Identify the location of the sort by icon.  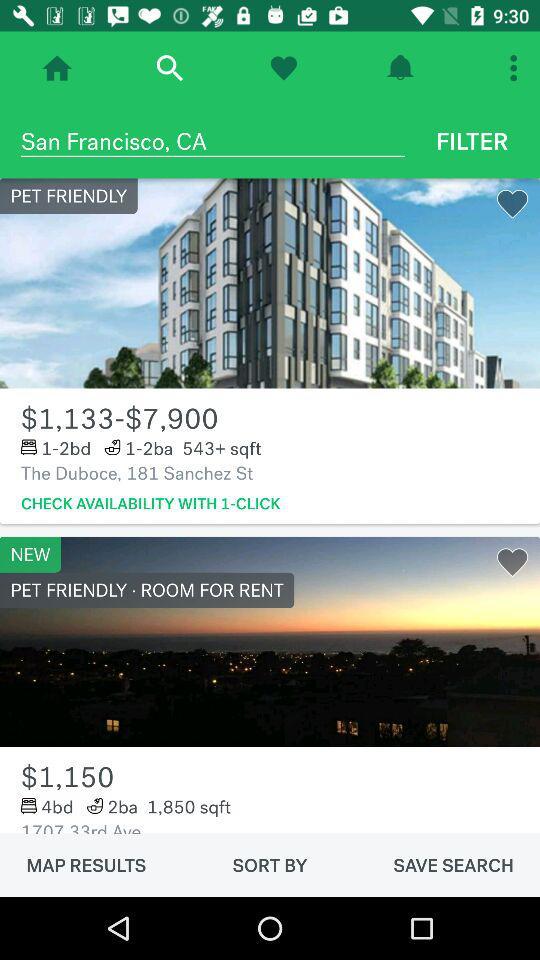
(270, 864).